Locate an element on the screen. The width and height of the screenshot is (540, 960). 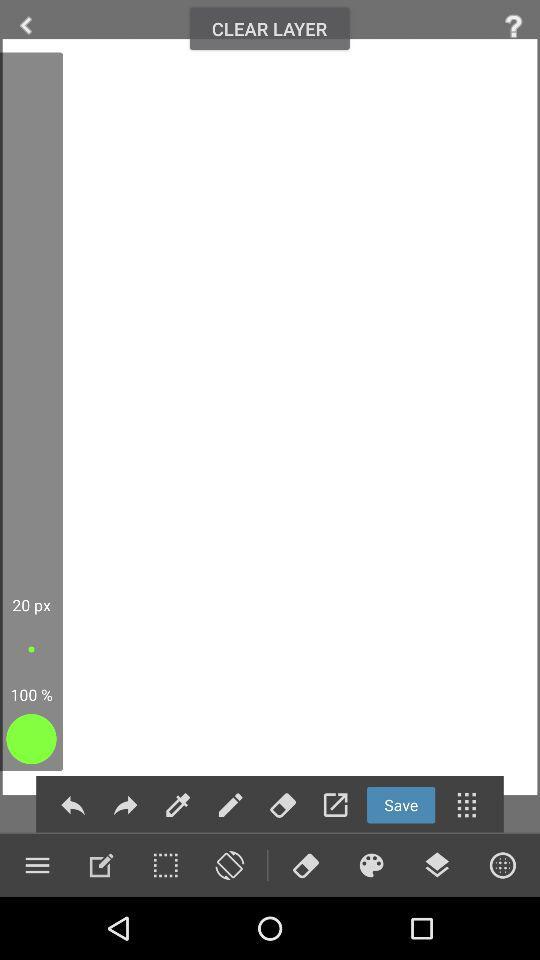
arrow to go back is located at coordinates (25, 25).